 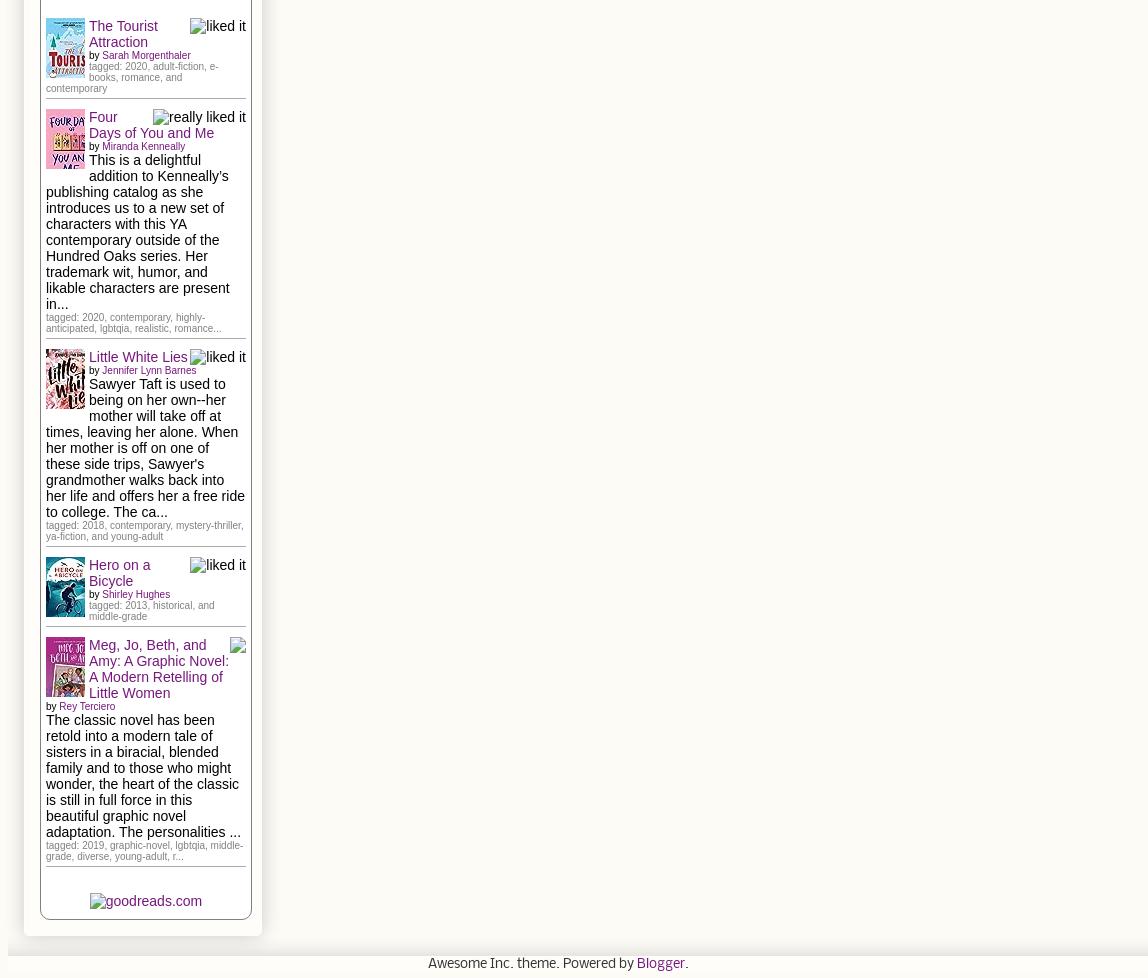 What do you see at coordinates (119, 572) in the screenshot?
I see `'Hero on a Bicycle'` at bounding box center [119, 572].